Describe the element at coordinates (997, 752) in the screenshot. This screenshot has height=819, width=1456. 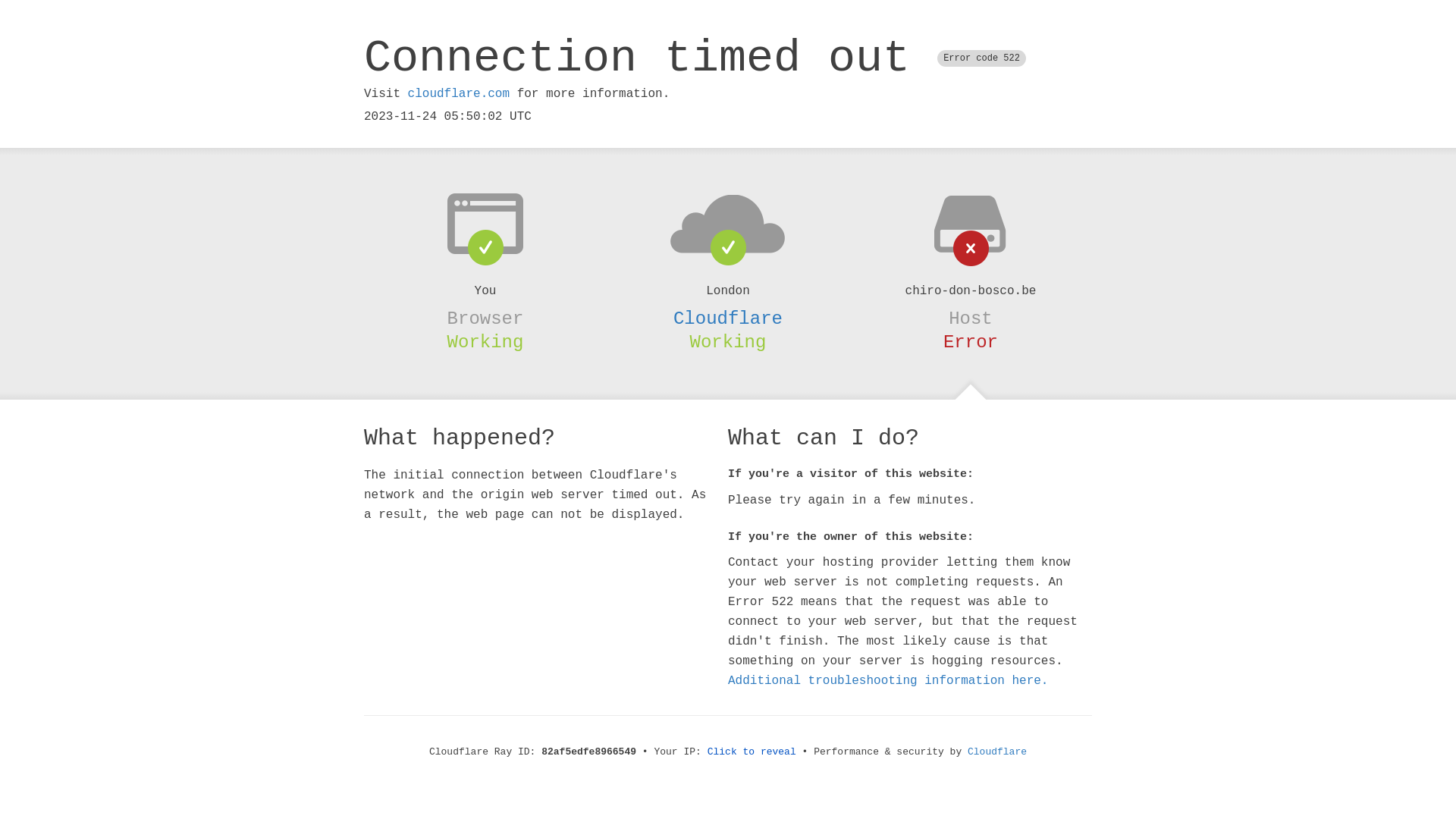
I see `'Cloudflare'` at that location.